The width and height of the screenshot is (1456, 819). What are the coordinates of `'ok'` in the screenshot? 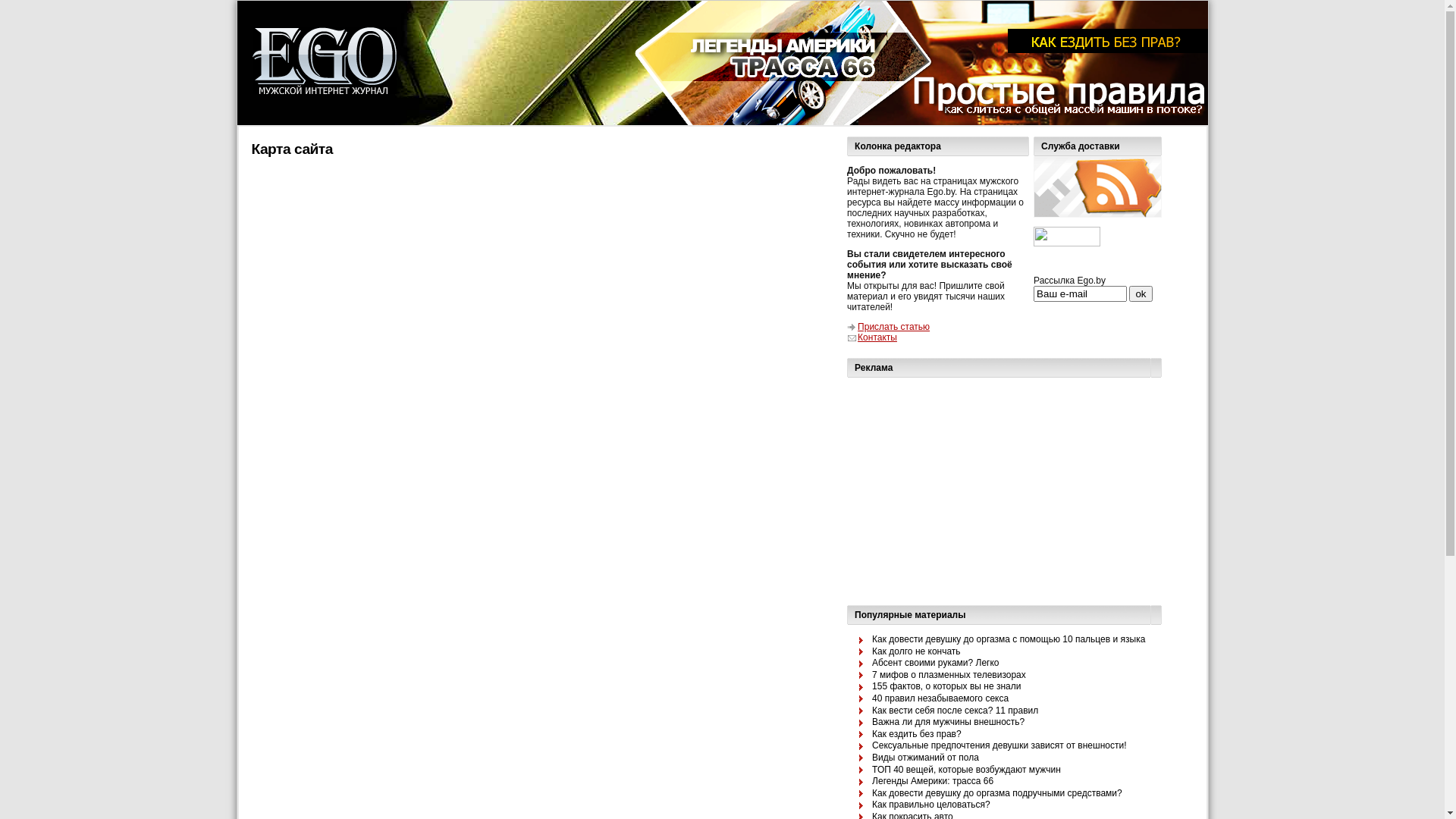 It's located at (1128, 293).